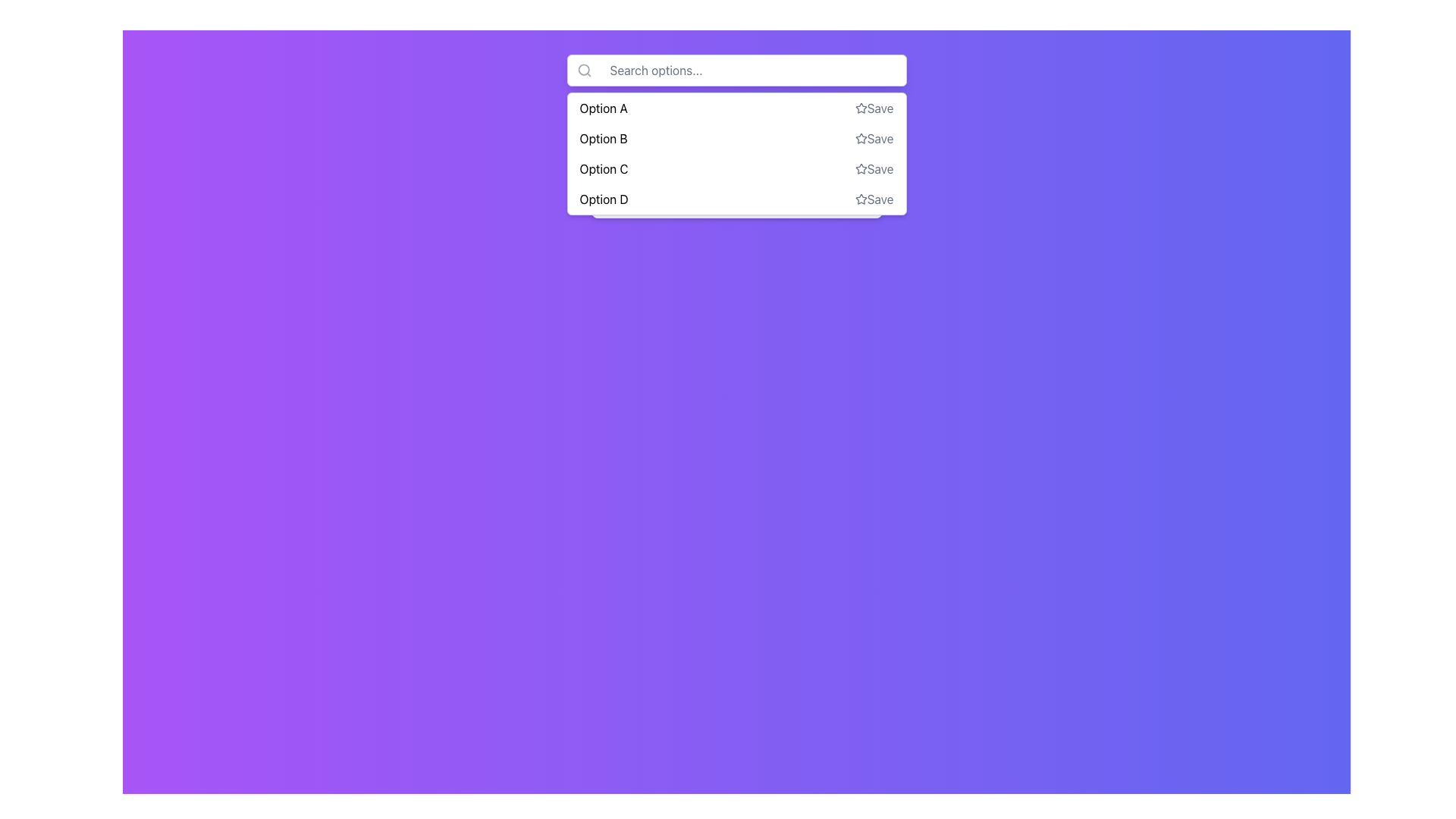  Describe the element at coordinates (861, 169) in the screenshot. I see `the star icon associated with 'Option C' in the dropdown to trigger tooltip or highlighting effects` at that location.